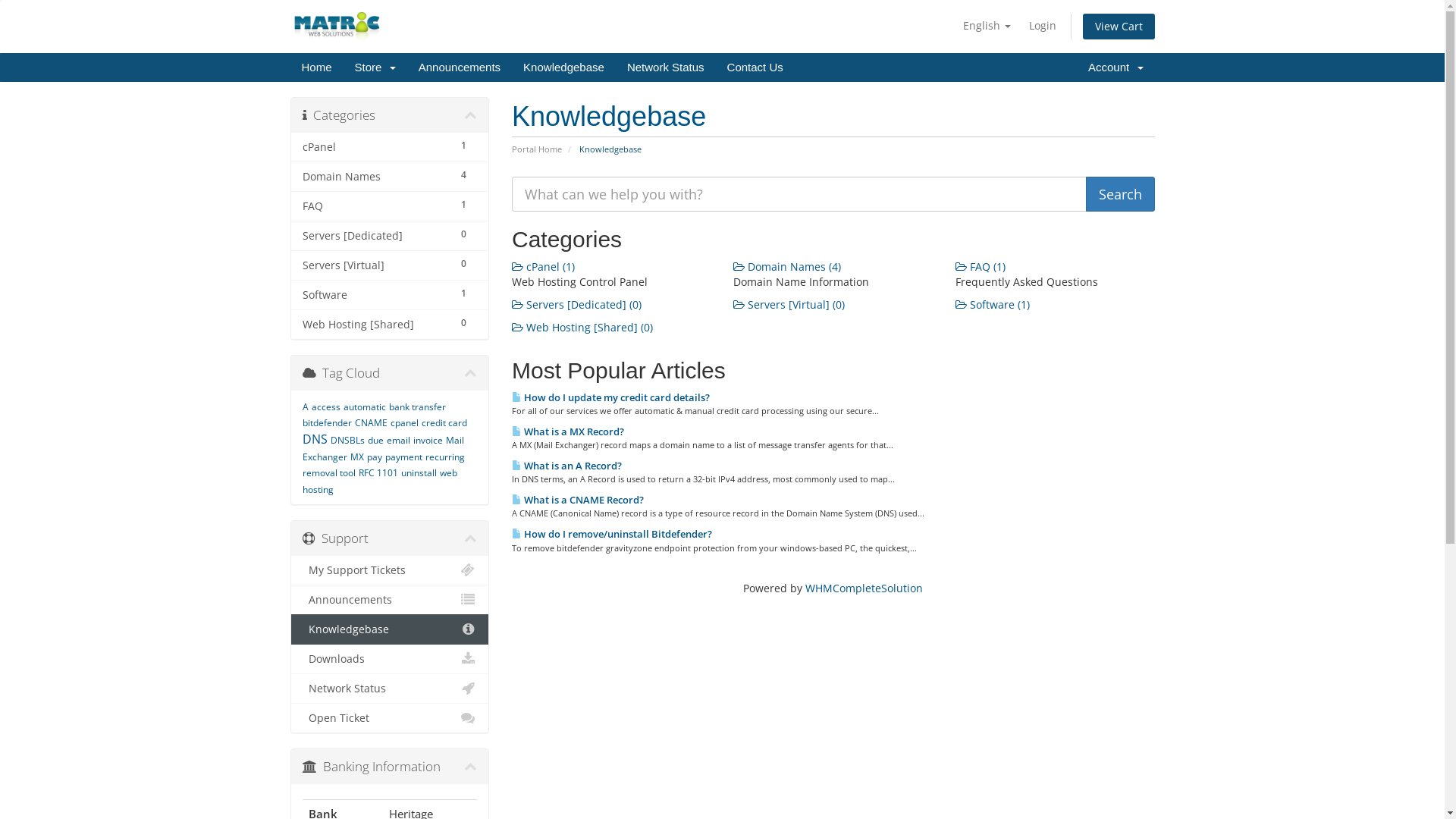 The width and height of the screenshot is (1456, 819). Describe the element at coordinates (566, 464) in the screenshot. I see `' What is an A Record?'` at that location.